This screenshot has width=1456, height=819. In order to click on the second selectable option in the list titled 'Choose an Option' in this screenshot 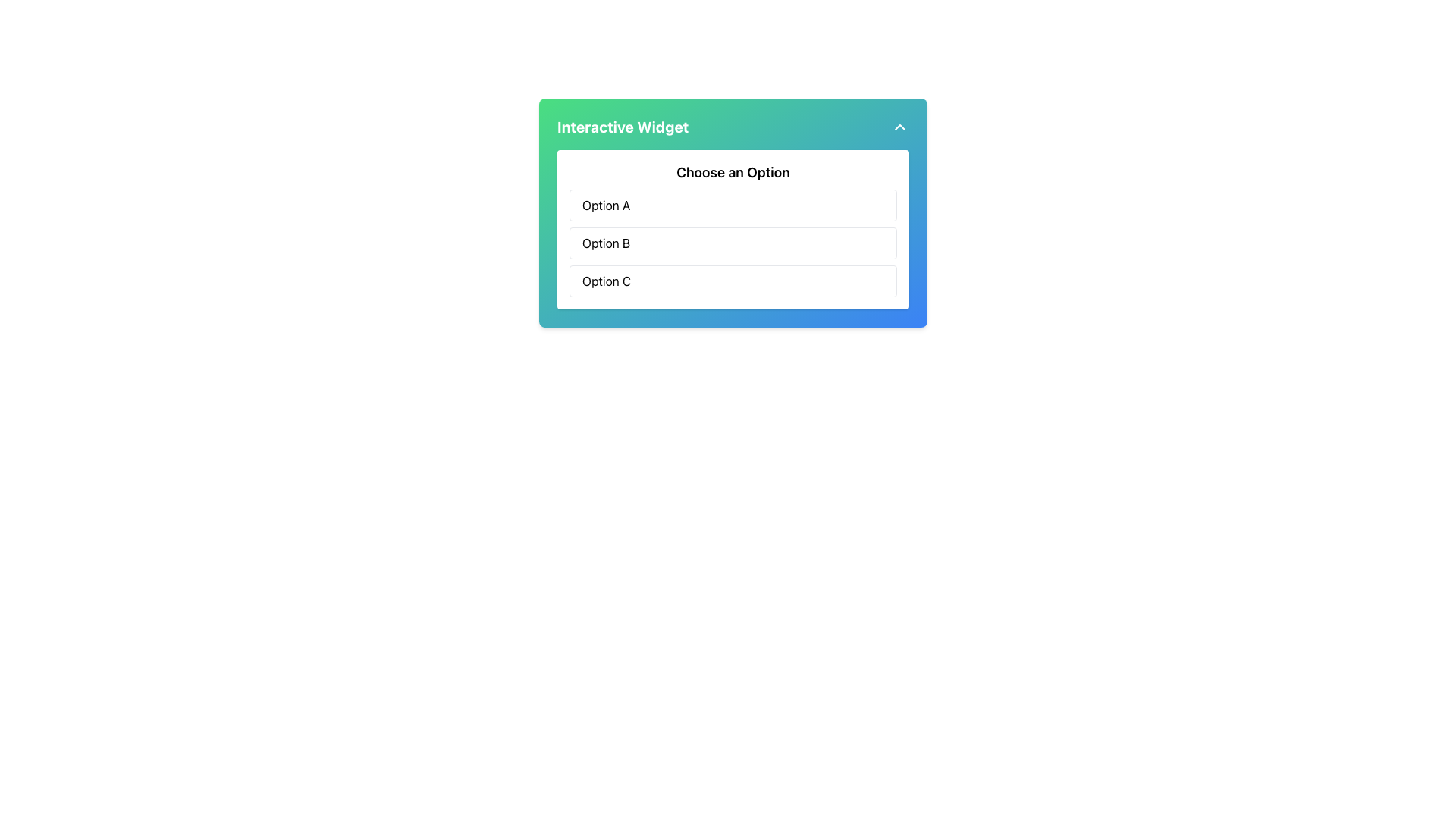, I will do `click(733, 242)`.